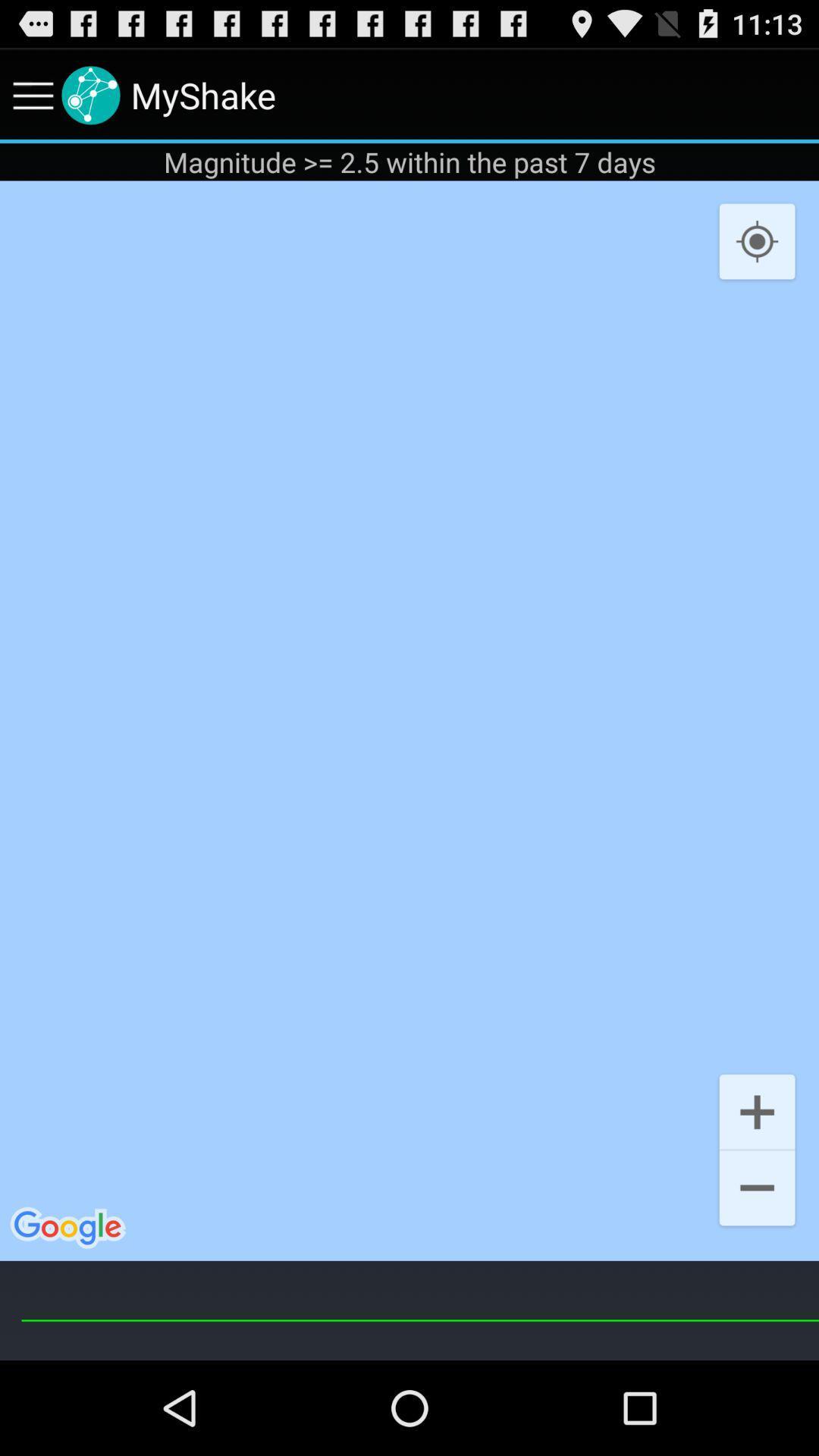  I want to click on the app below magnitude 2 5, so click(757, 241).